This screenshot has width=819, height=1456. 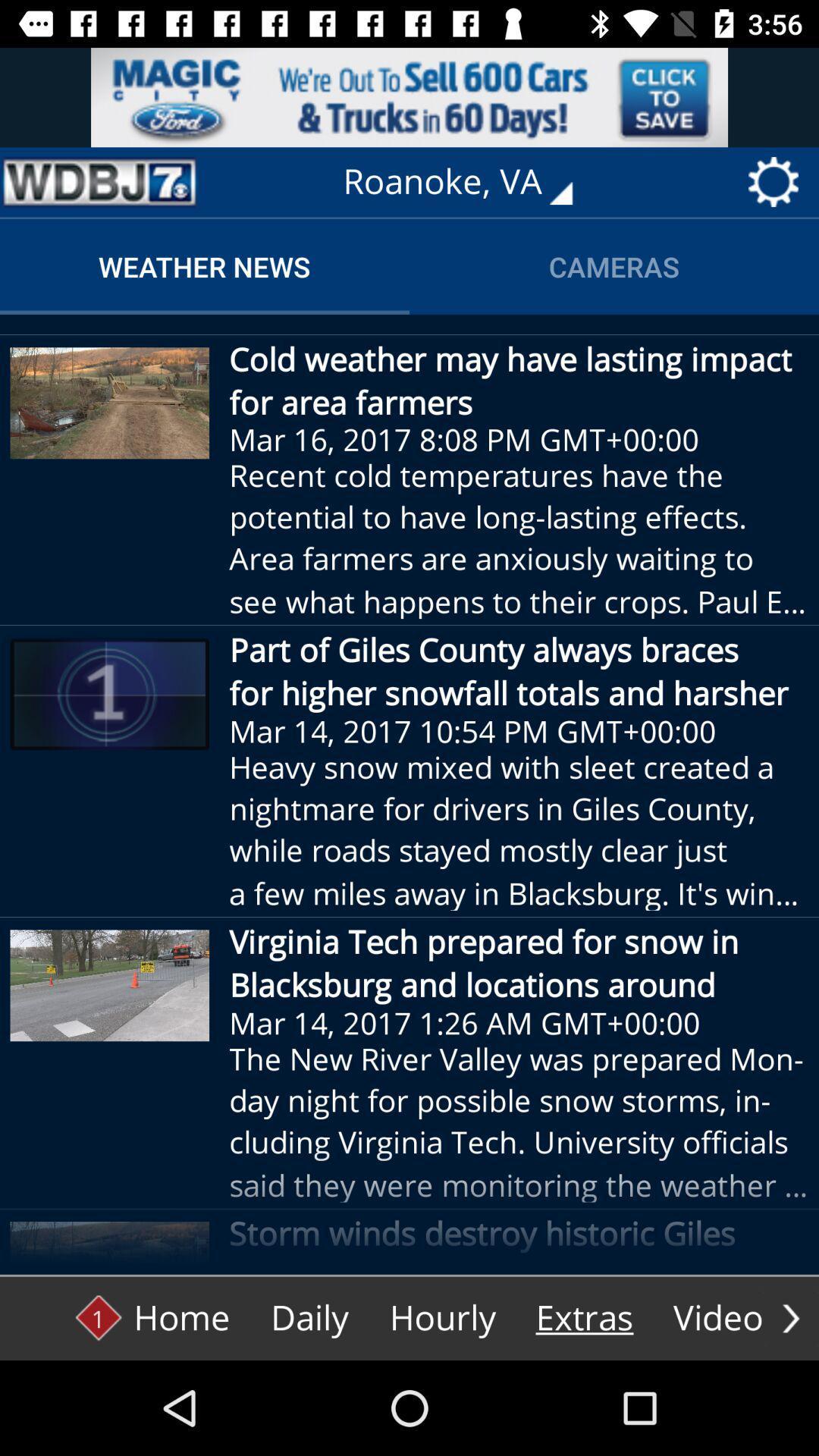 What do you see at coordinates (790, 1317) in the screenshot?
I see `next page` at bounding box center [790, 1317].